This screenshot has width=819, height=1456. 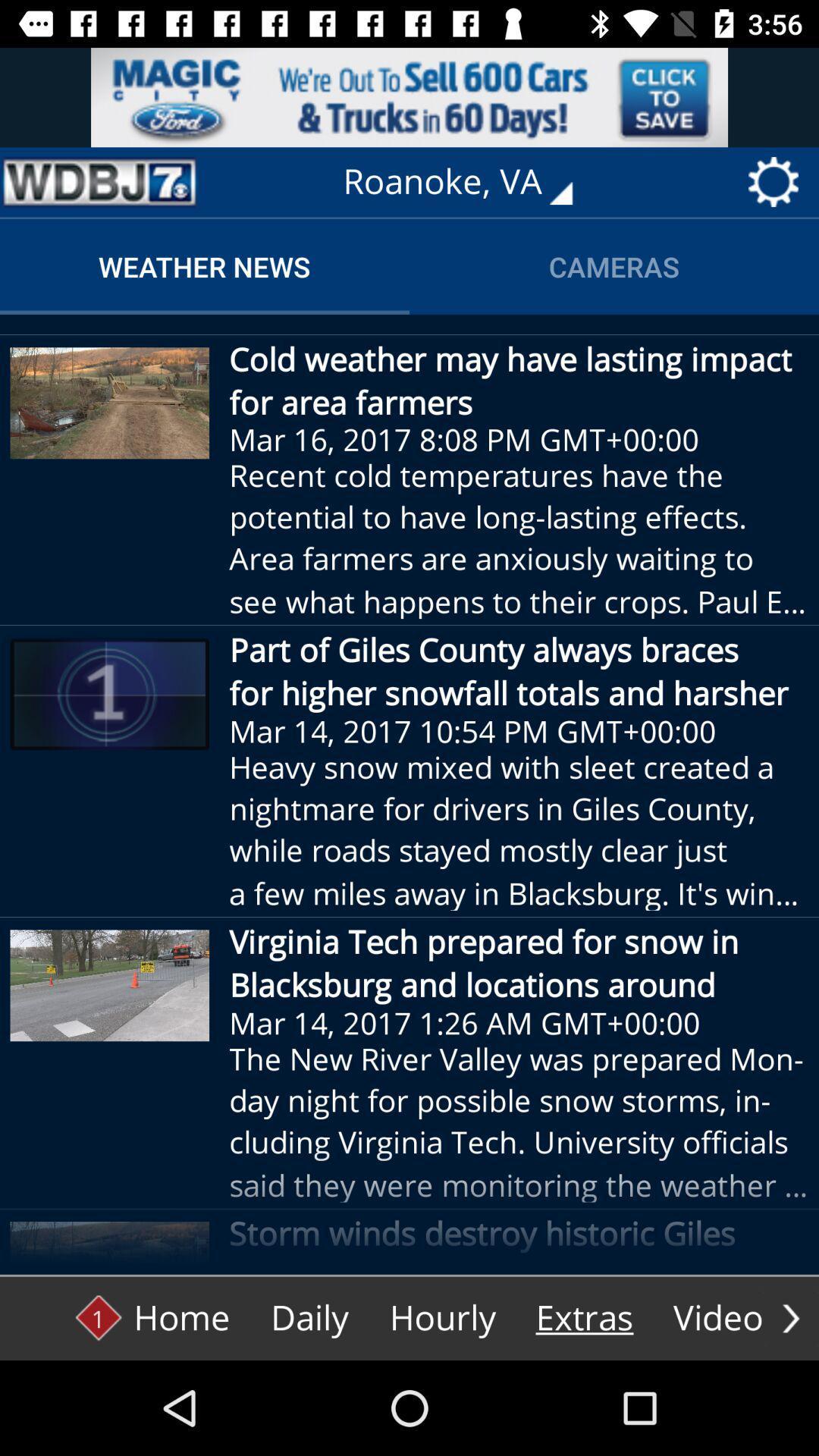 What do you see at coordinates (790, 1317) in the screenshot?
I see `next page` at bounding box center [790, 1317].